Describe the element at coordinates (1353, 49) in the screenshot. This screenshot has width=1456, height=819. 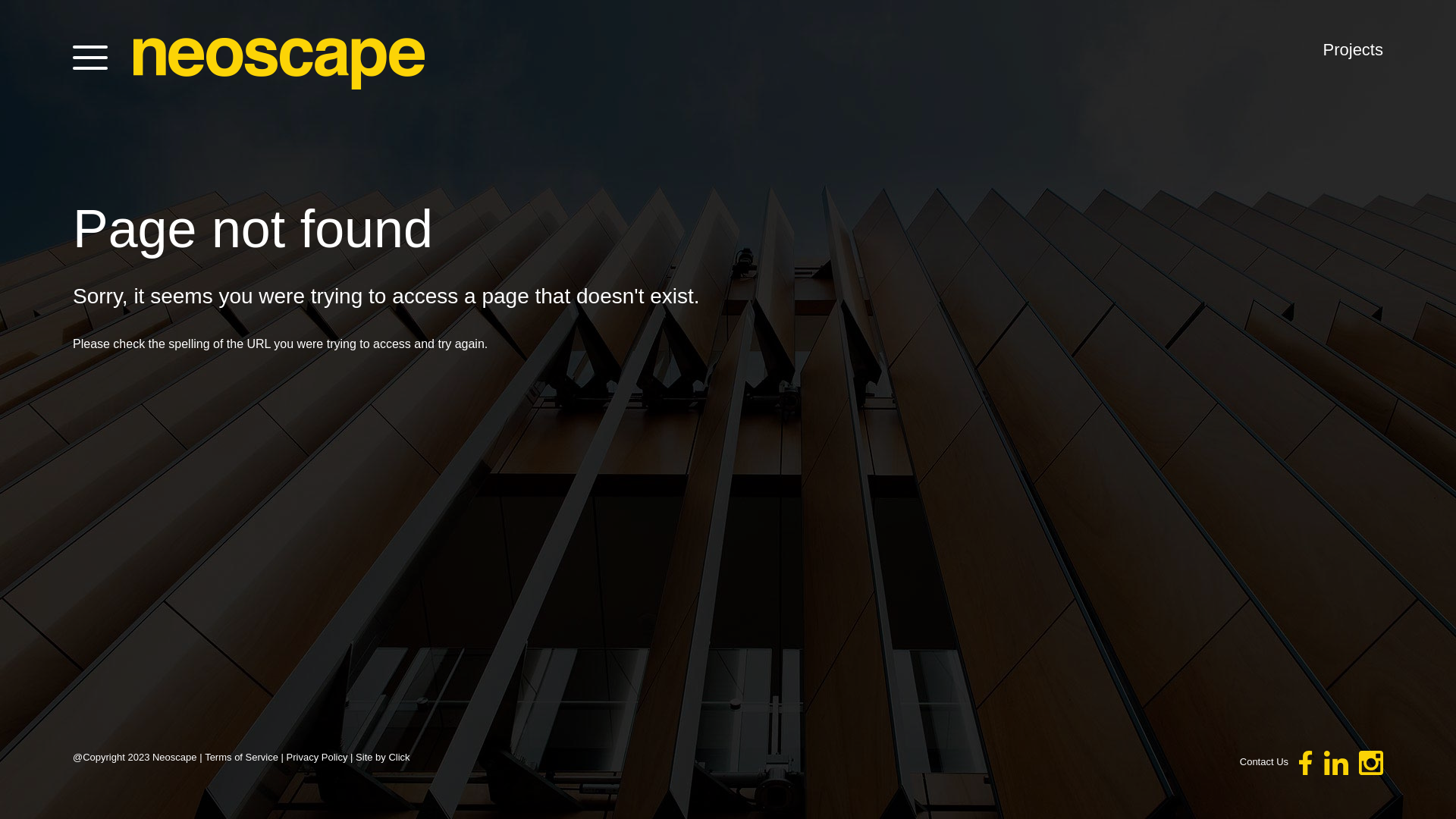
I see `'Projects'` at that location.